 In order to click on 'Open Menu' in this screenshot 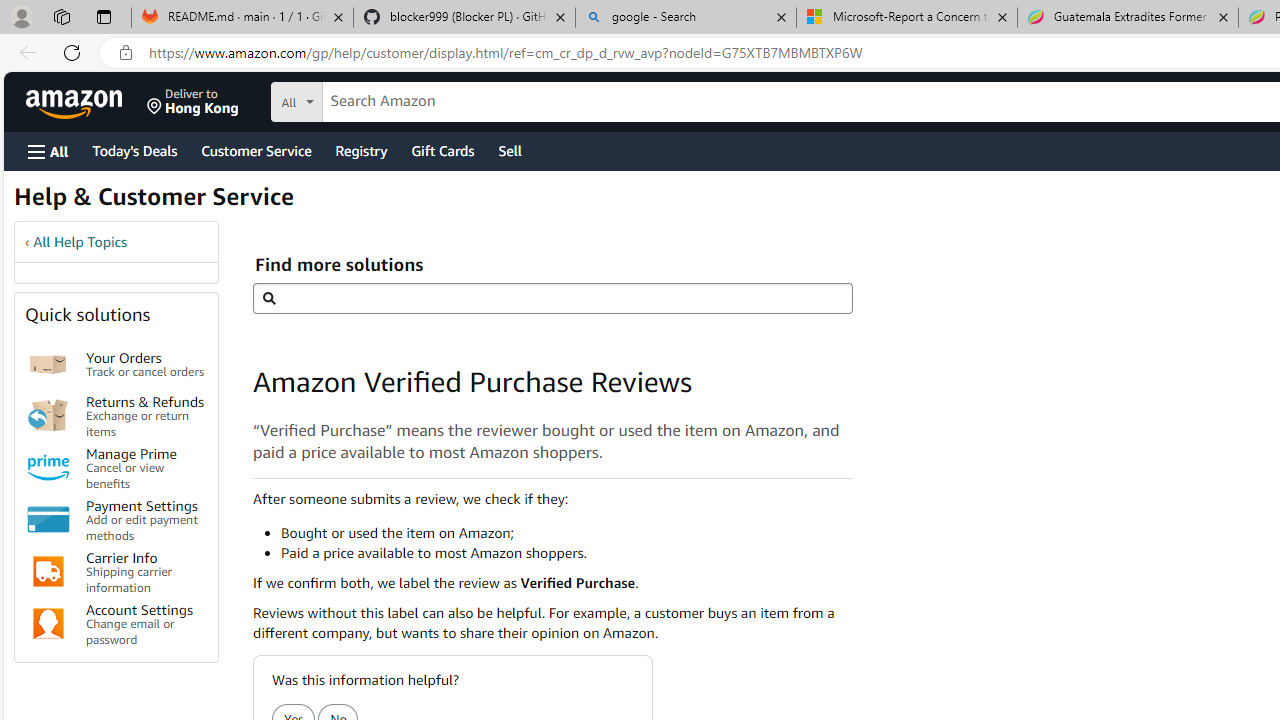, I will do `click(48, 150)`.